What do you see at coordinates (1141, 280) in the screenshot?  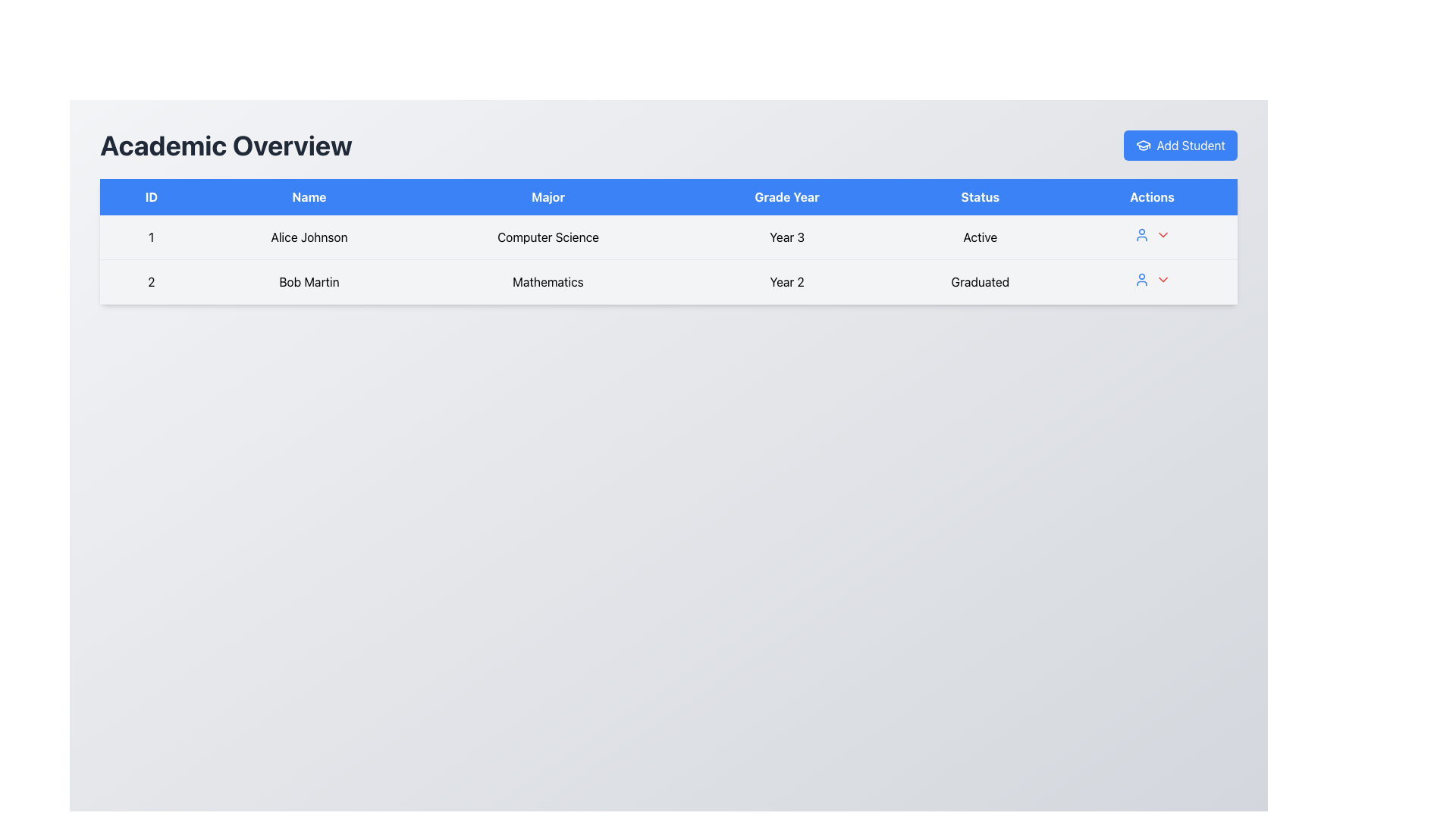 I see `the circular blue user-icon graphic located in the 'Actions' column of the first row` at bounding box center [1141, 280].